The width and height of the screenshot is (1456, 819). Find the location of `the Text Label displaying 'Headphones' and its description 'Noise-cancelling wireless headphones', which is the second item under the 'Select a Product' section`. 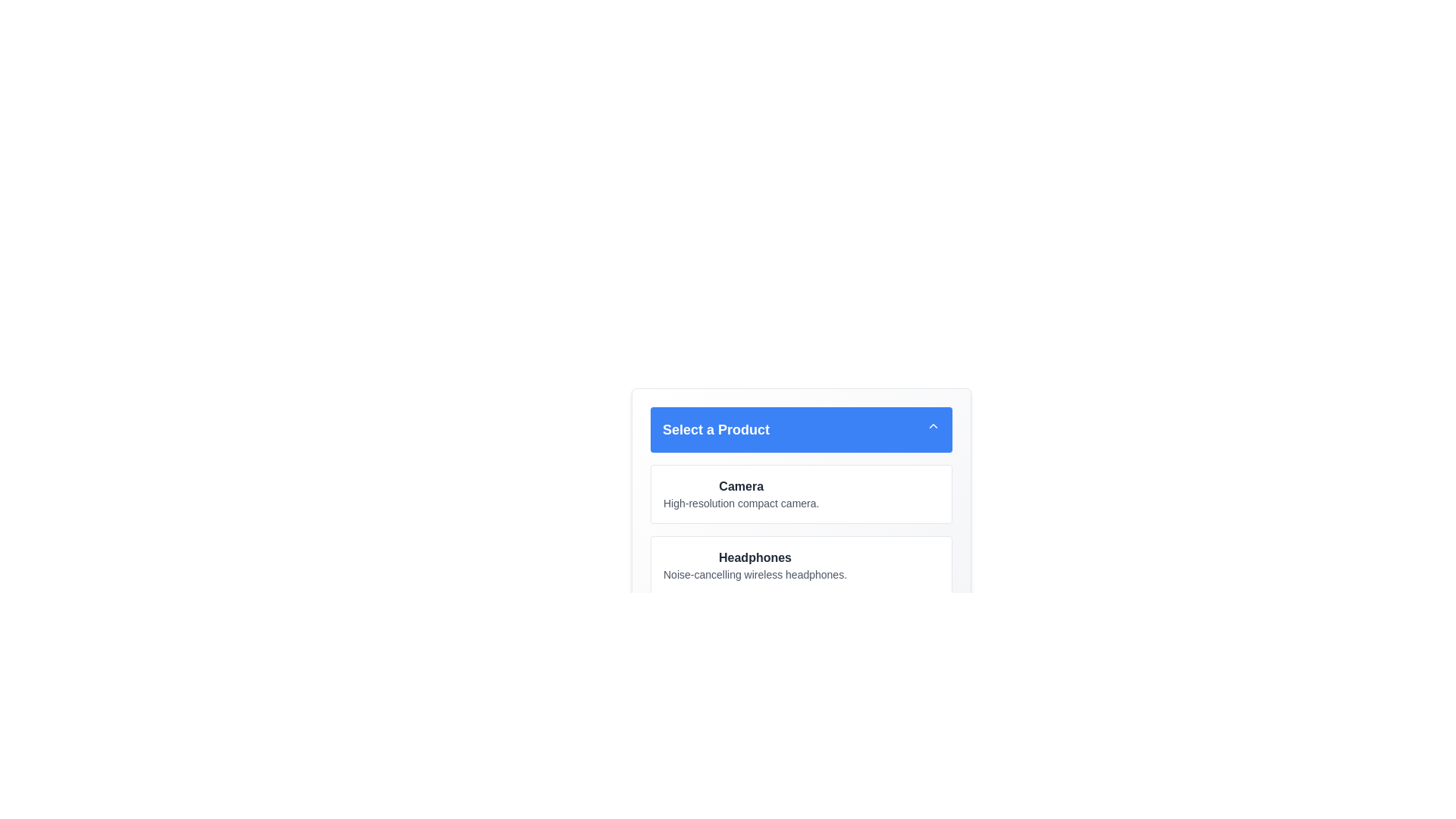

the Text Label displaying 'Headphones' and its description 'Noise-cancelling wireless headphones', which is the second item under the 'Select a Product' section is located at coordinates (755, 565).